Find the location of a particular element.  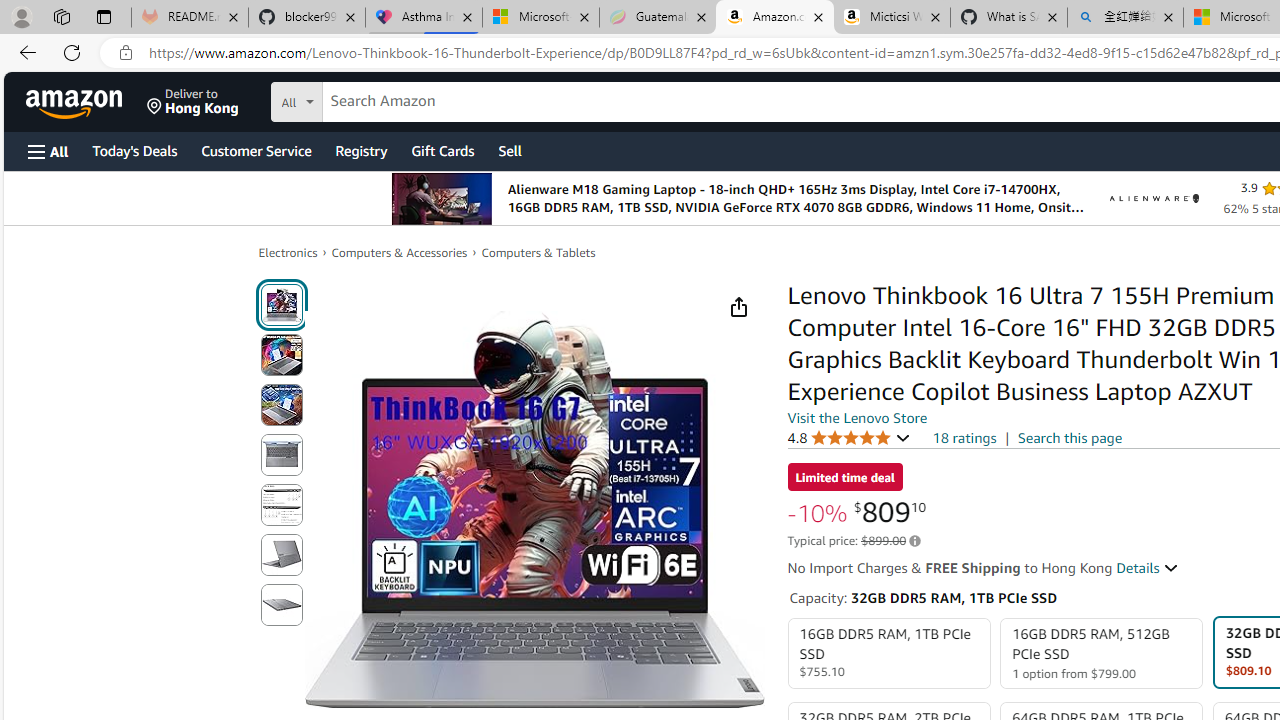

'18 ratings' is located at coordinates (964, 437).